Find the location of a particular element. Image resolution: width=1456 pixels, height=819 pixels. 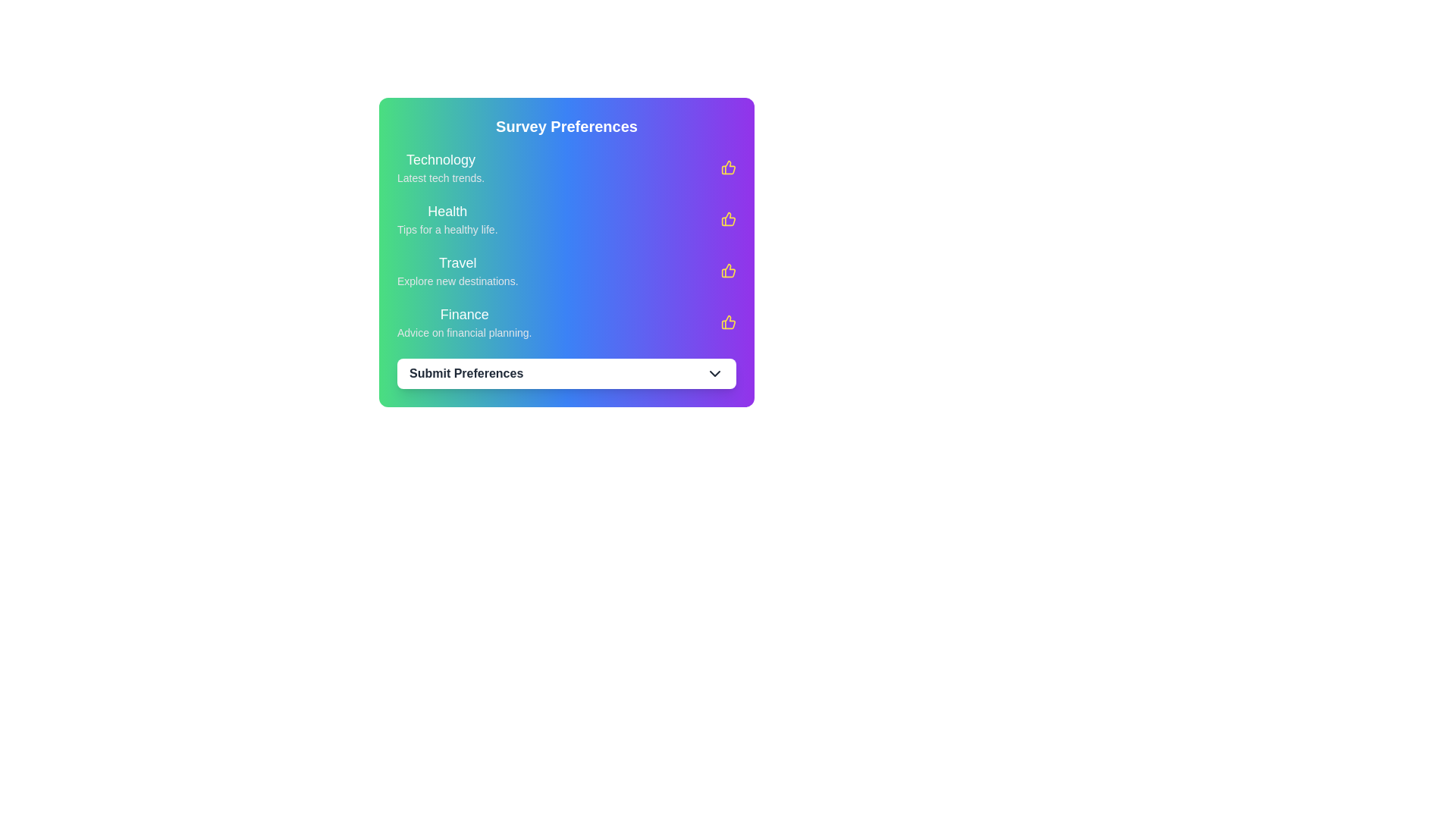

the second thumbs-up icon in the vertical list within the 'Survey Preferences' card that corresponds to the 'Health' section is located at coordinates (716, 219).